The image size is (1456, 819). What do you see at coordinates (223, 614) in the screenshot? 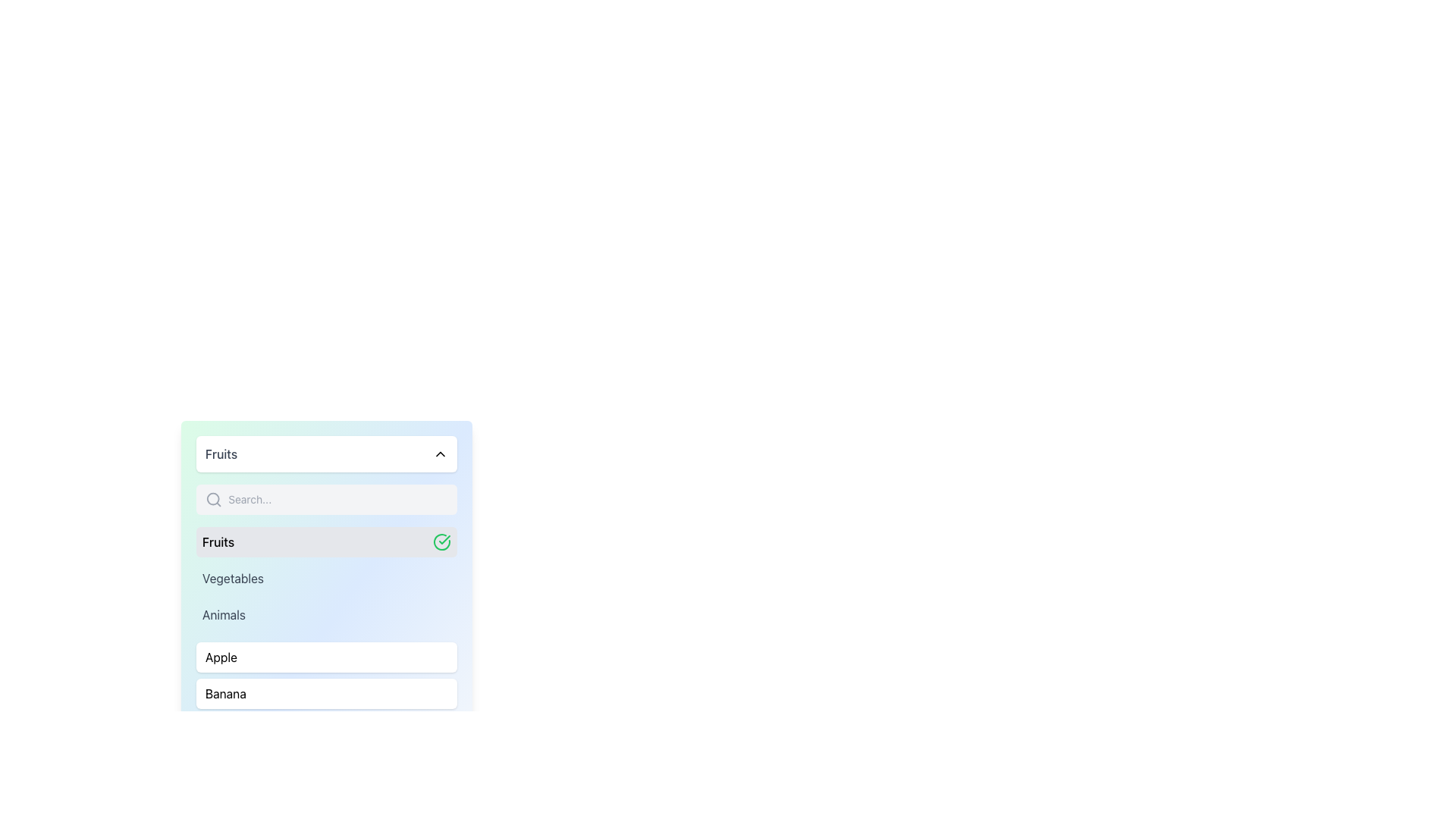
I see `the 'Animals' text label located in the vertical list between 'Vegetables' and 'Apple'` at bounding box center [223, 614].